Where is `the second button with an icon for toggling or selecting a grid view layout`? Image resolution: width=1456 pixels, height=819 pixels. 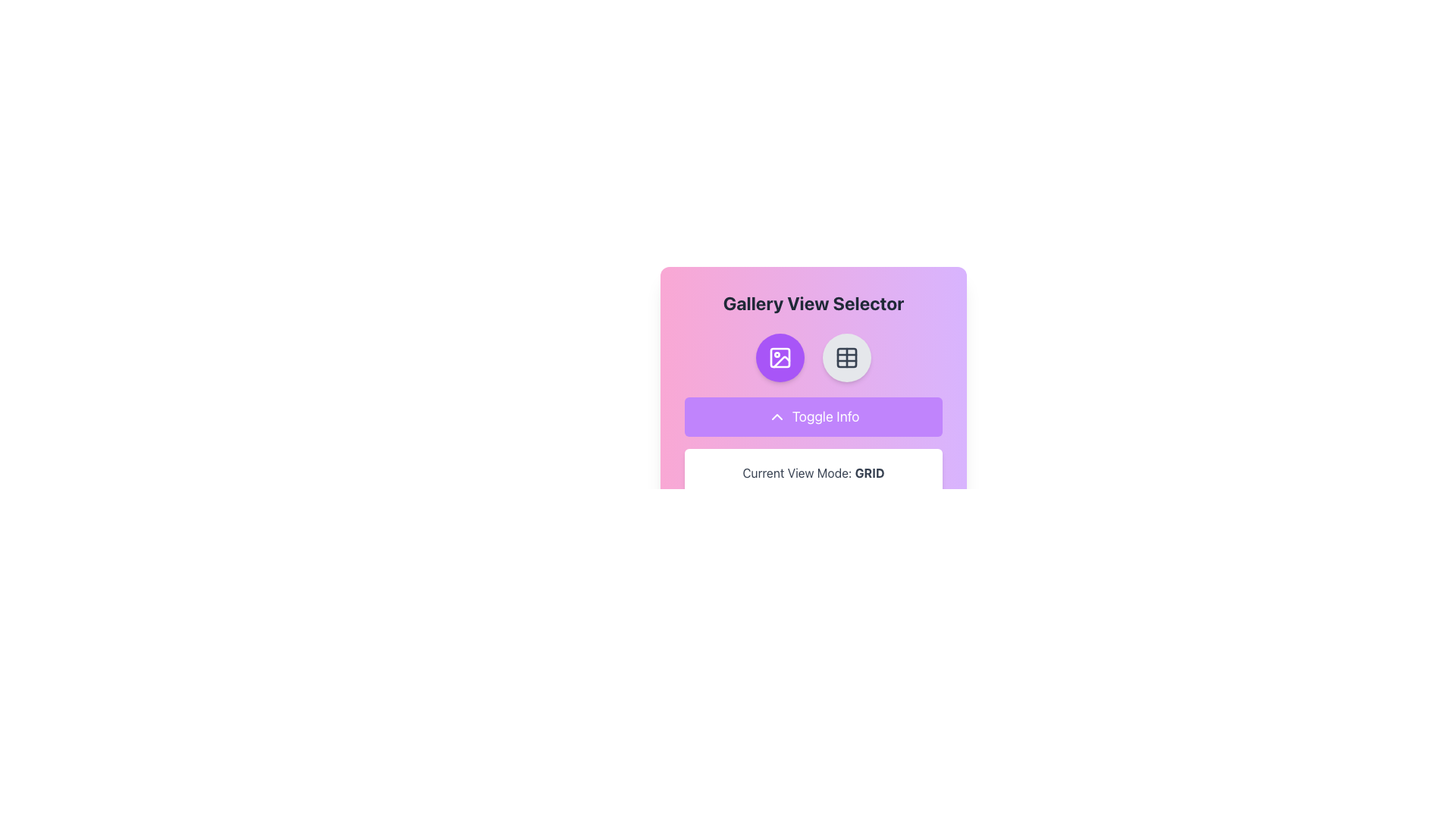
the second button with an icon for toggling or selecting a grid view layout is located at coordinates (846, 357).